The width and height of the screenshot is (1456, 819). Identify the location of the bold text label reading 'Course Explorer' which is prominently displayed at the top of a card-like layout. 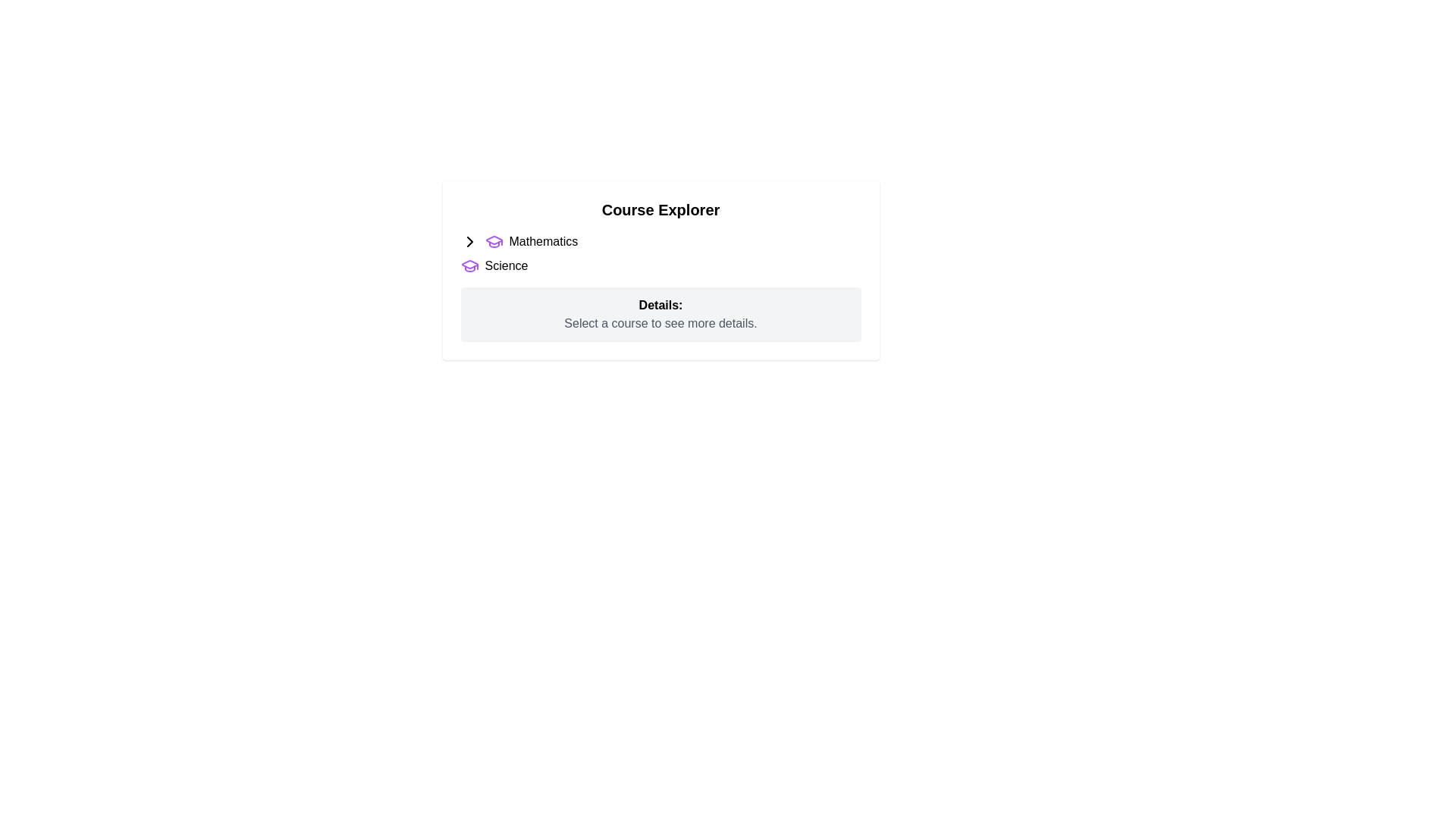
(661, 210).